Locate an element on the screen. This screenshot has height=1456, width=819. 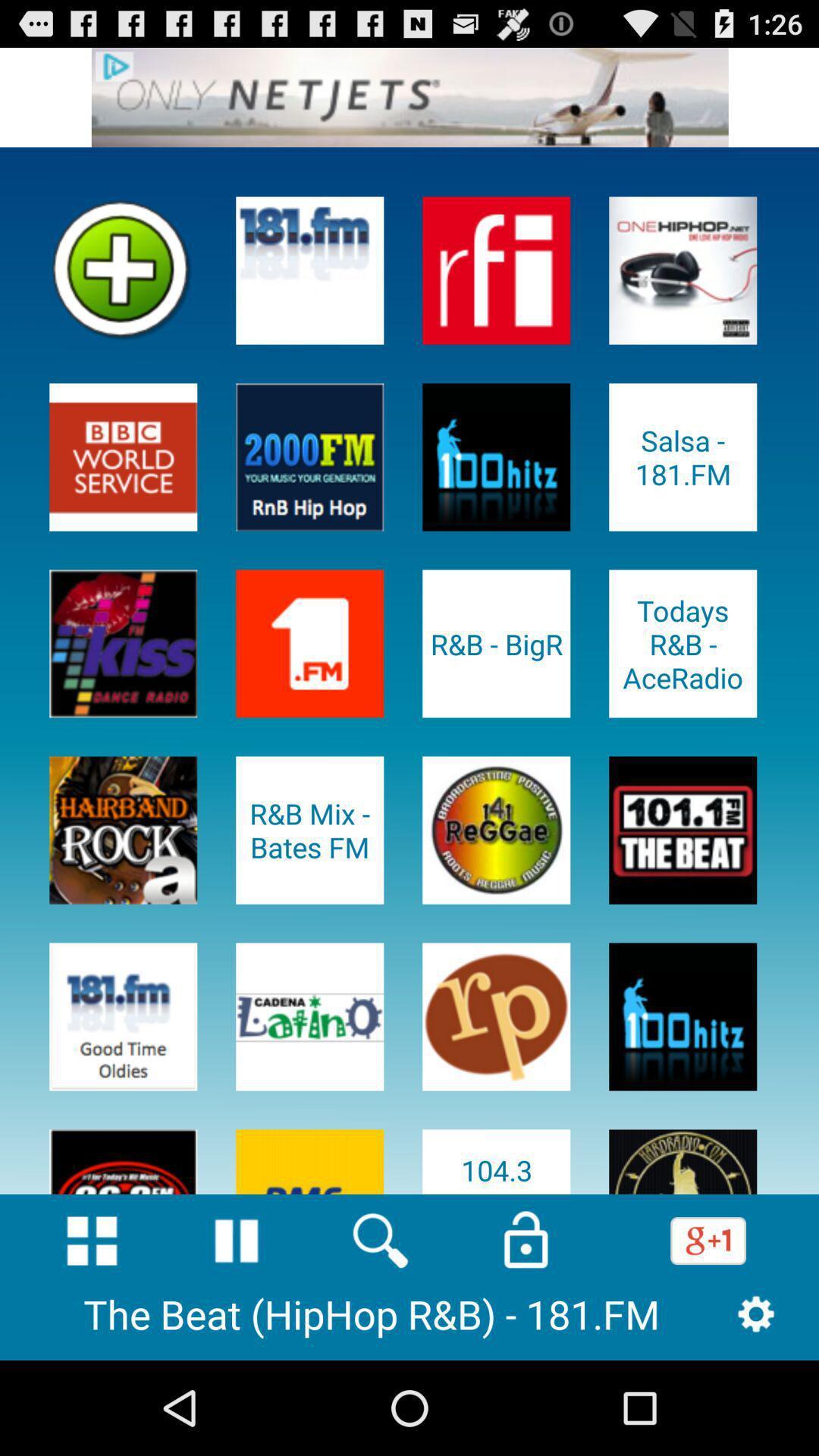
the search icon is located at coordinates (380, 1327).